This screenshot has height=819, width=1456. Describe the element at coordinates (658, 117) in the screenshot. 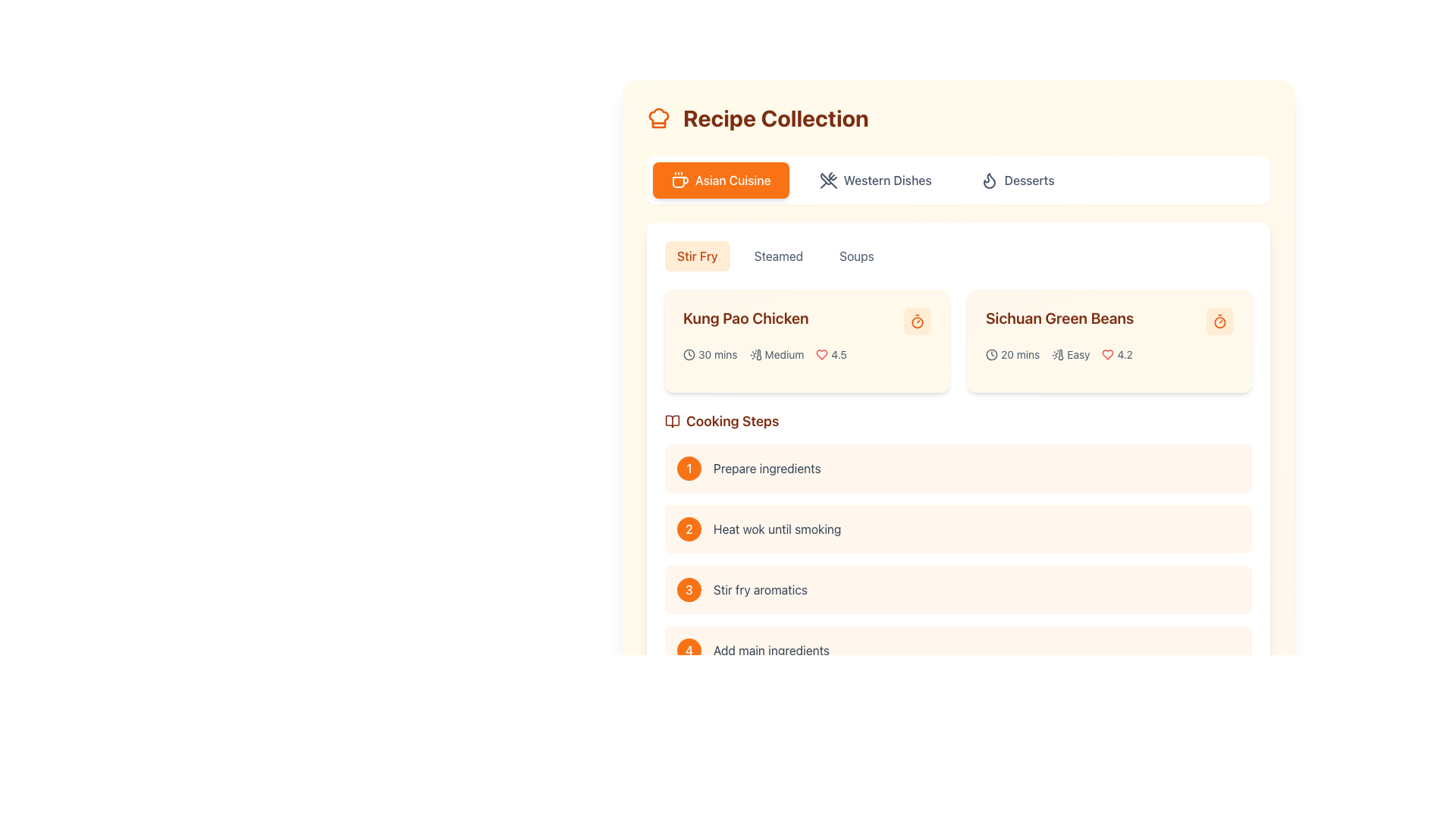

I see `SVG structure of the orange chef's hat icon located near the 'Recipe Collection' title at the top left of the interface` at that location.